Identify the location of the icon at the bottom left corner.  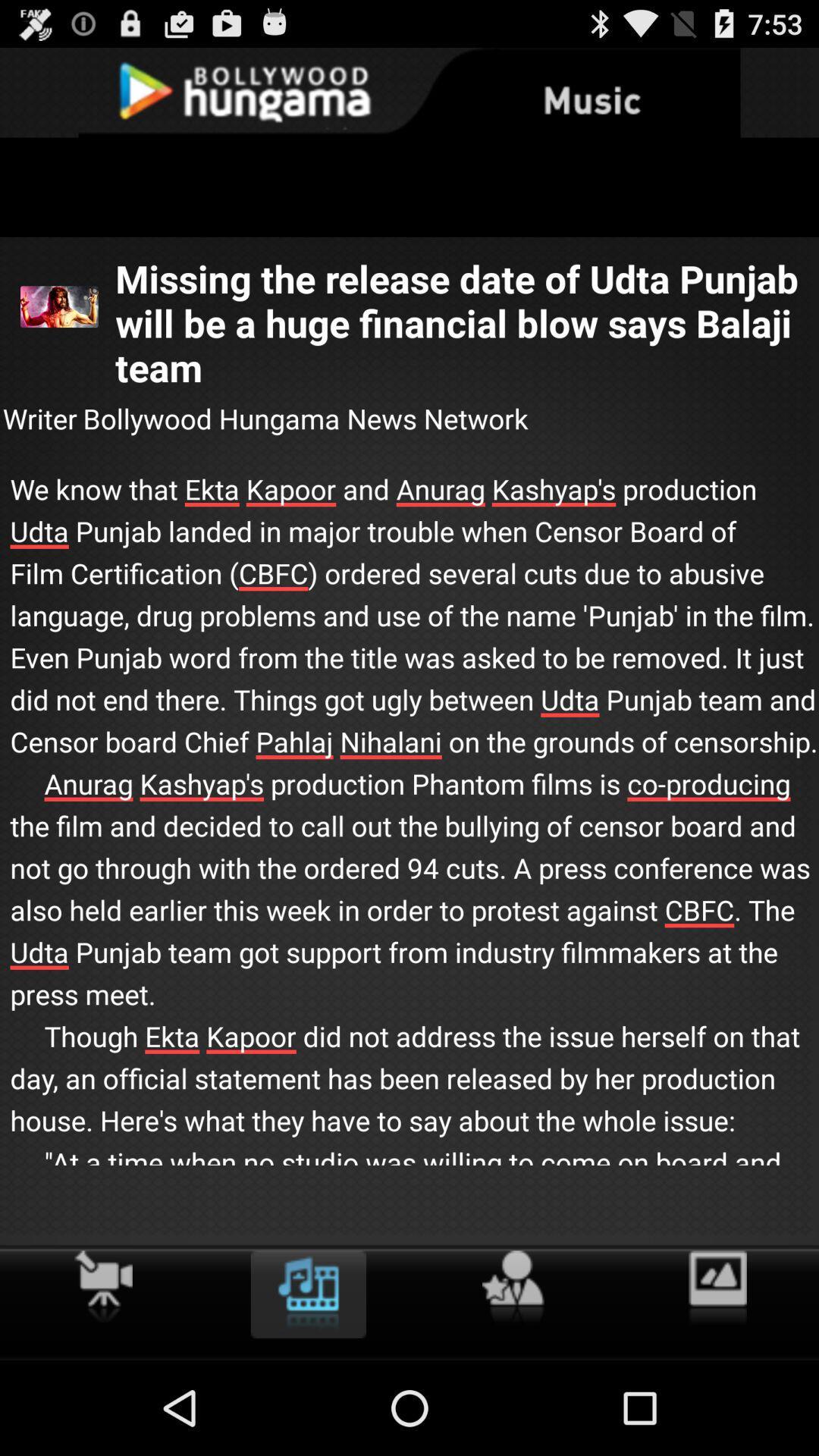
(102, 1285).